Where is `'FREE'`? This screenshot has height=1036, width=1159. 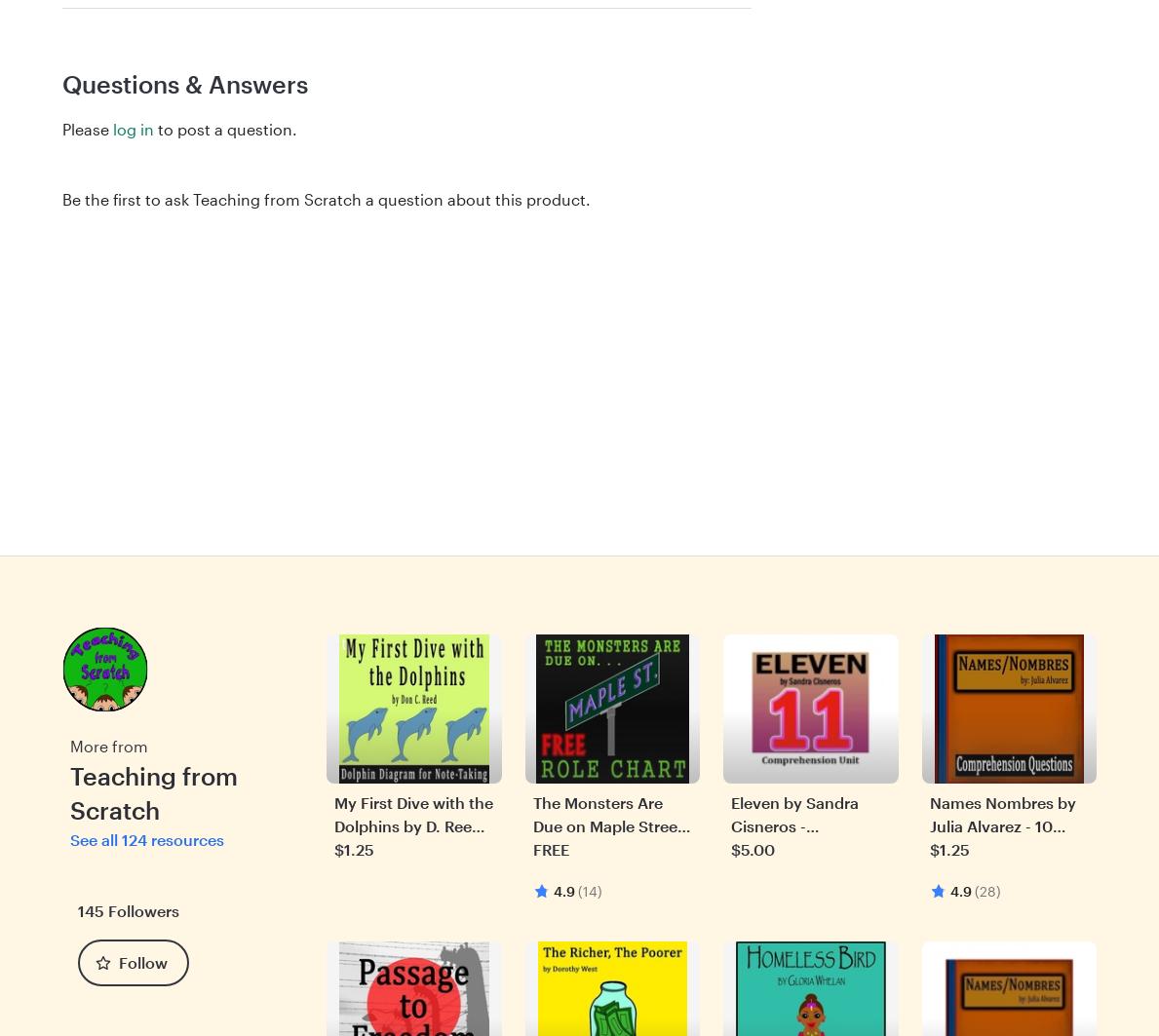 'FREE' is located at coordinates (549, 847).